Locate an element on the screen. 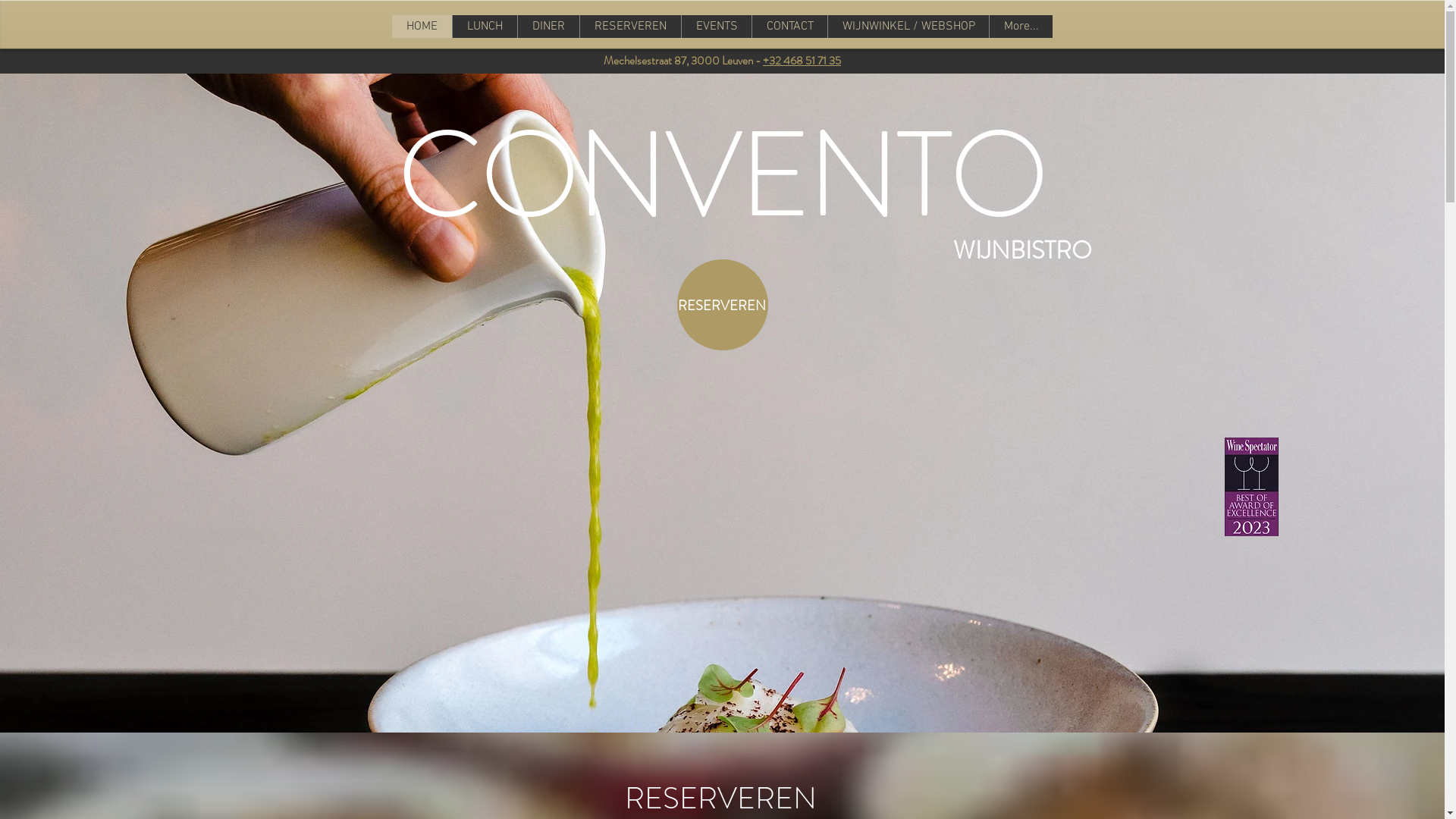 The width and height of the screenshot is (1456, 819). 'DINER' is located at coordinates (601, 26).